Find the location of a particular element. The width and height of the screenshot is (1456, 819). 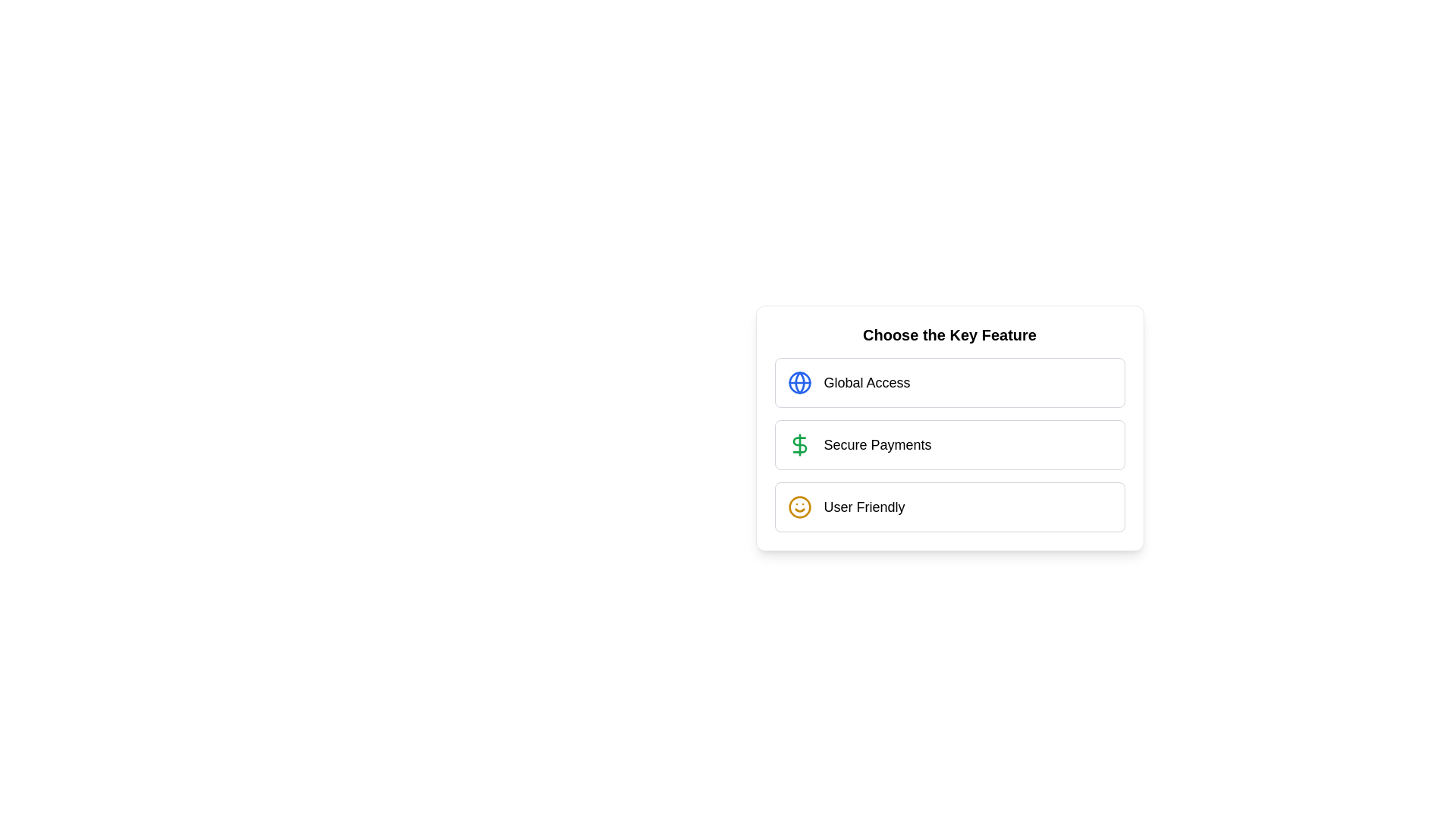

the third button labeled 'User Friendly' in the selection menu under the 'Choose the Key Feature' section is located at coordinates (949, 507).